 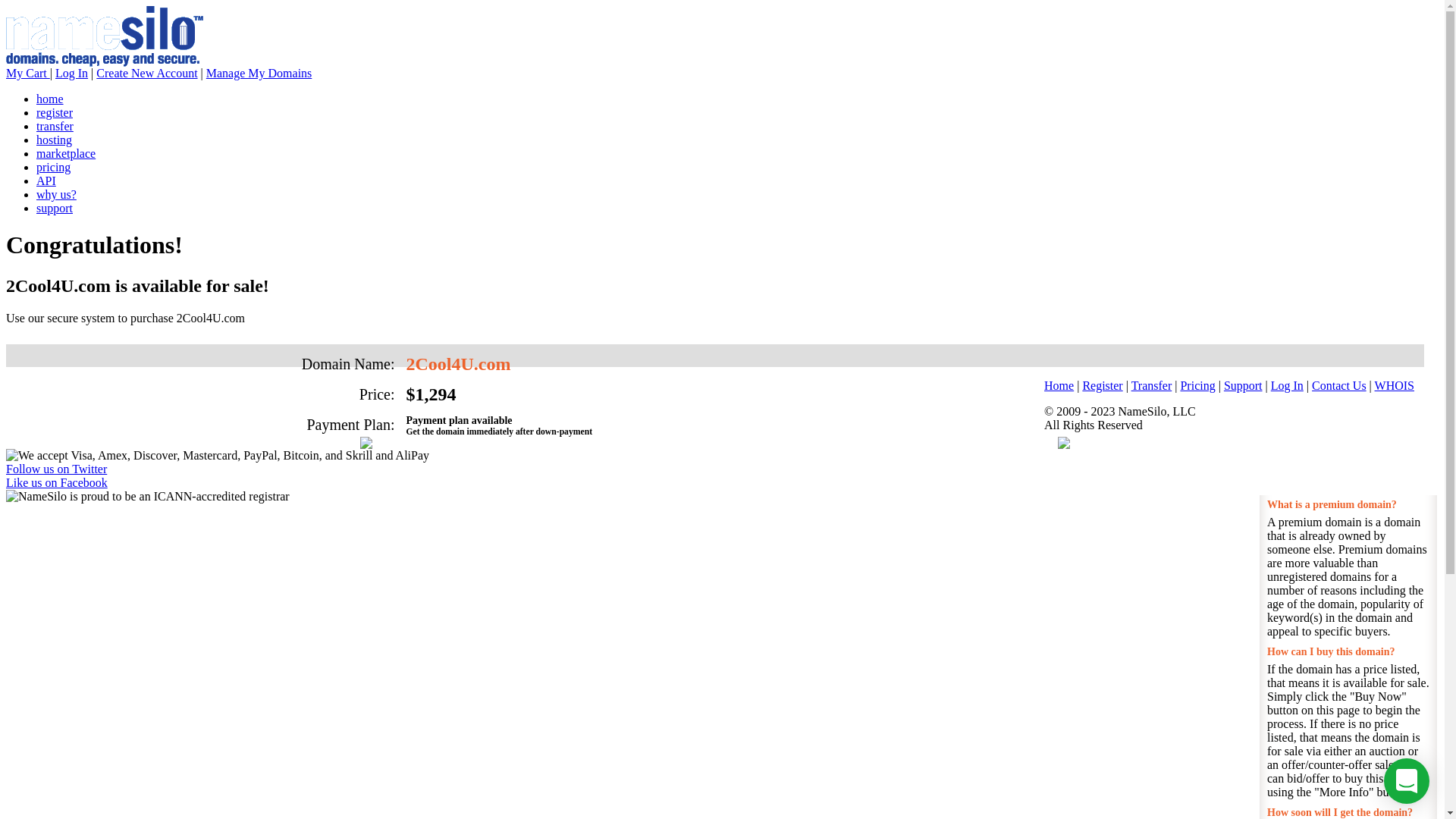 What do you see at coordinates (36, 125) in the screenshot?
I see `'transfer'` at bounding box center [36, 125].